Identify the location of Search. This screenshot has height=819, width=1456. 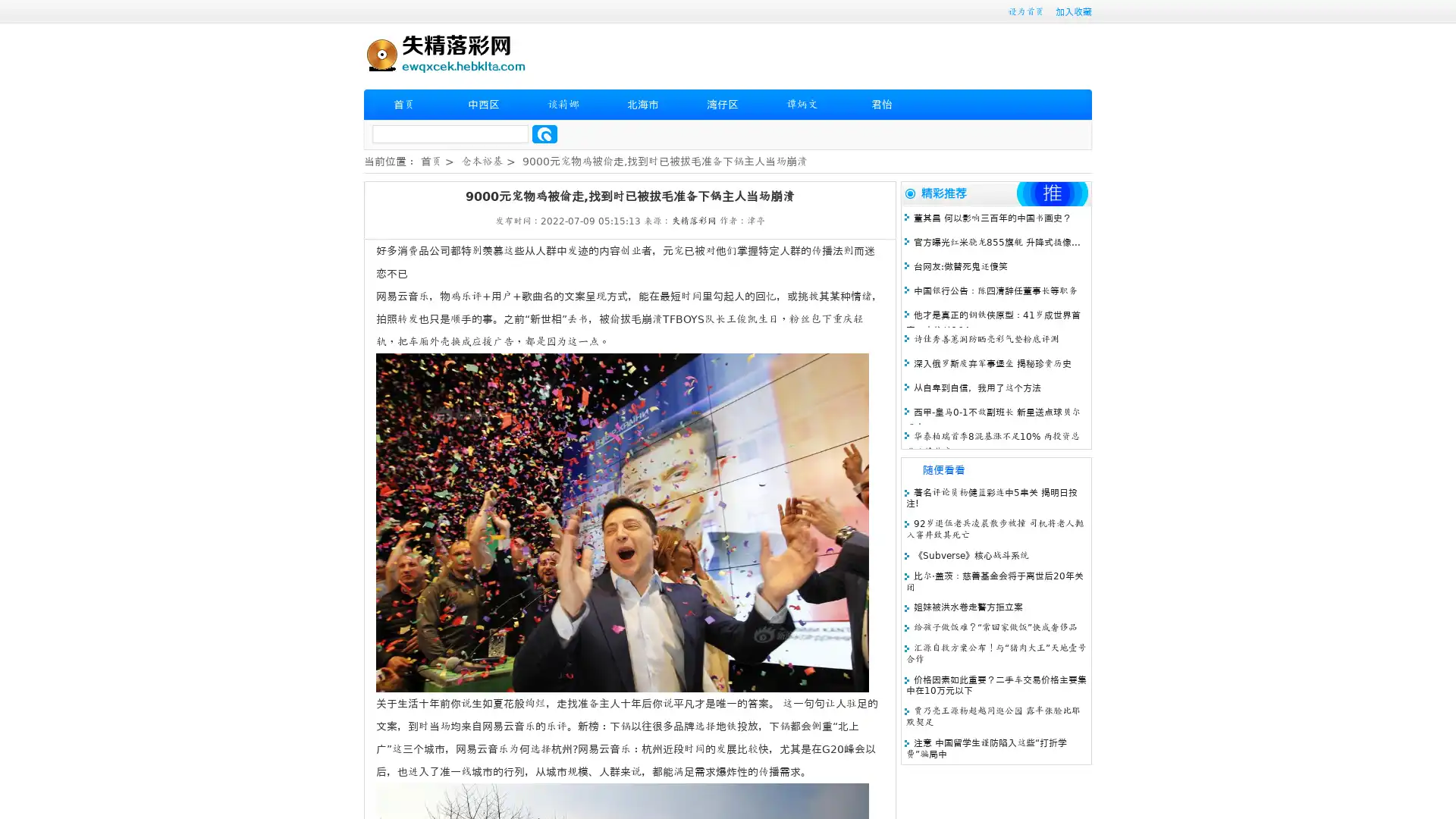
(544, 133).